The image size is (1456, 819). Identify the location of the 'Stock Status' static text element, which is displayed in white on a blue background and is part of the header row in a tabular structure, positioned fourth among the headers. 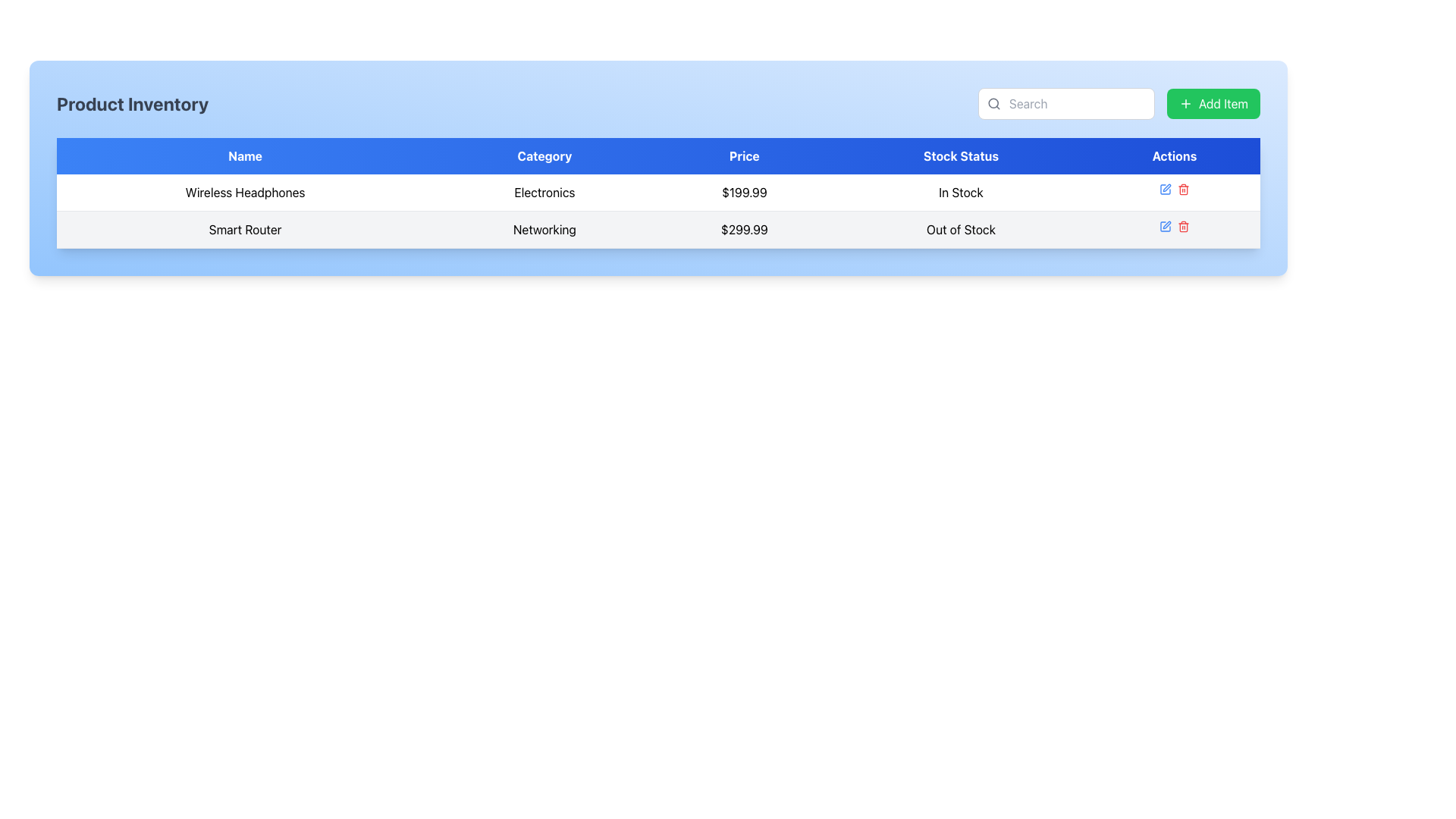
(960, 155).